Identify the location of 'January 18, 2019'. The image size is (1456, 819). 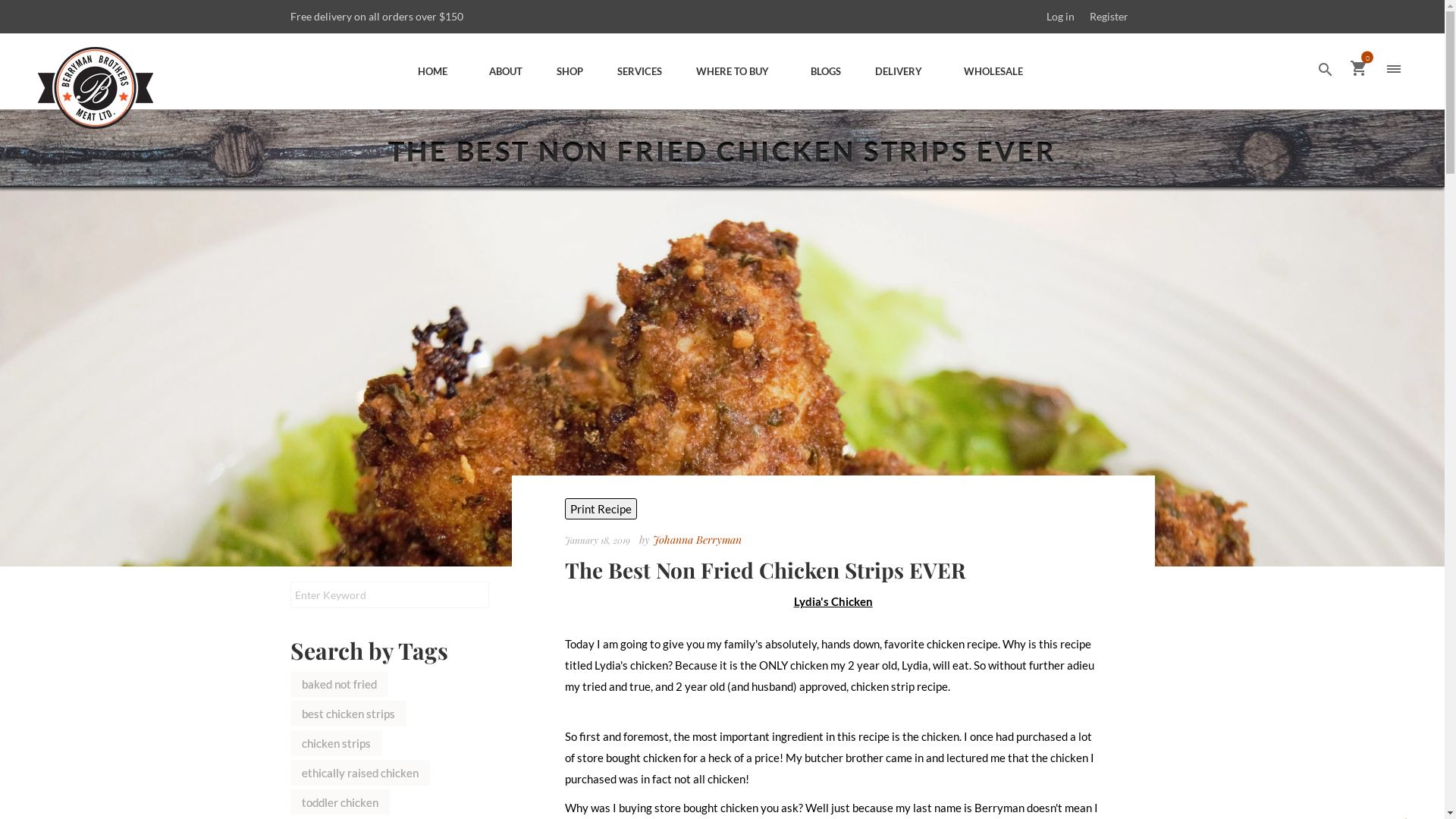
(598, 538).